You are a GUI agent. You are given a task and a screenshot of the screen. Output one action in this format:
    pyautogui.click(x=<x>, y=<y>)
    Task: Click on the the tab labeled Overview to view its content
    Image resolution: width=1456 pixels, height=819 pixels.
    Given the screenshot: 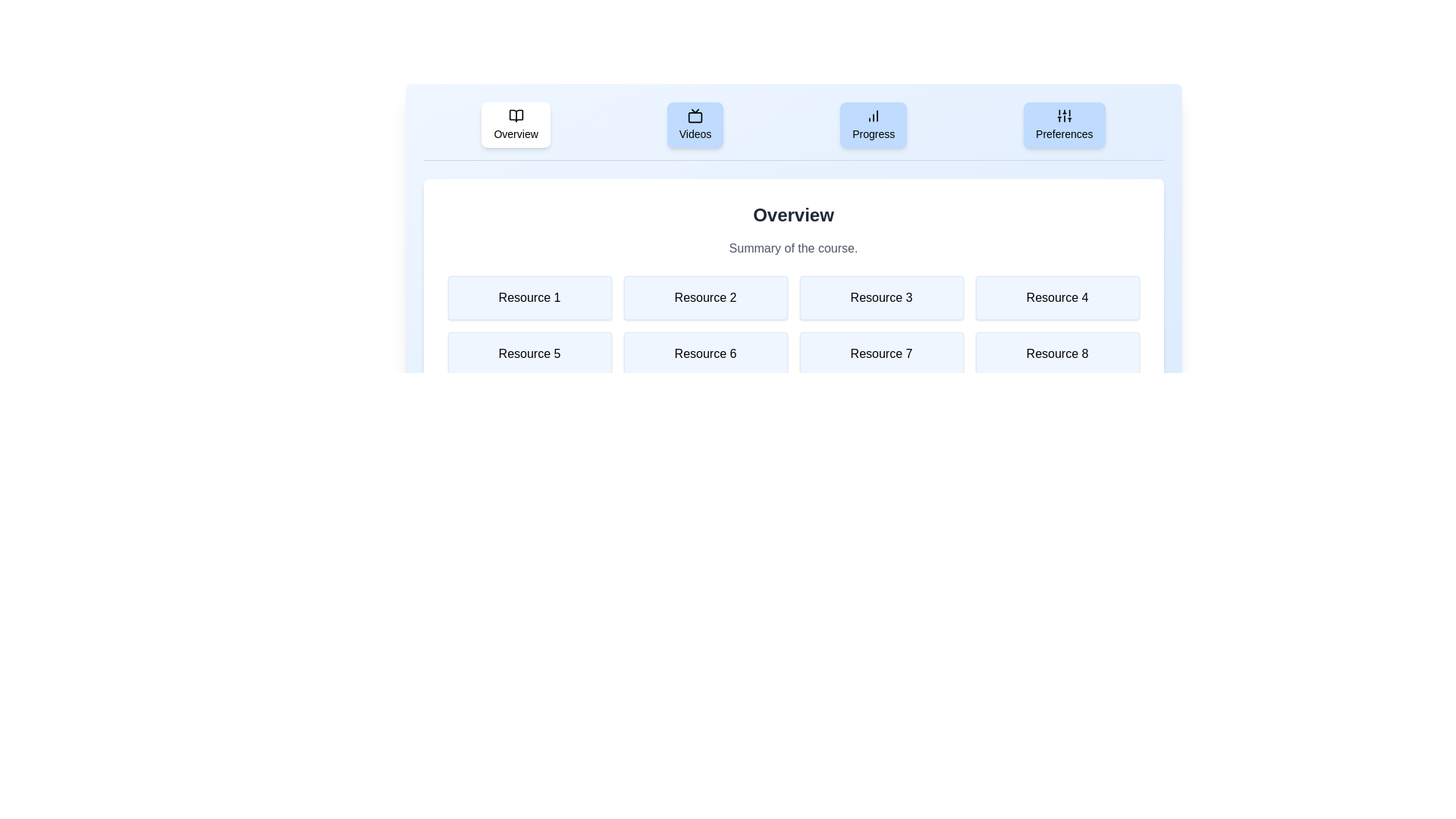 What is the action you would take?
    pyautogui.click(x=516, y=124)
    